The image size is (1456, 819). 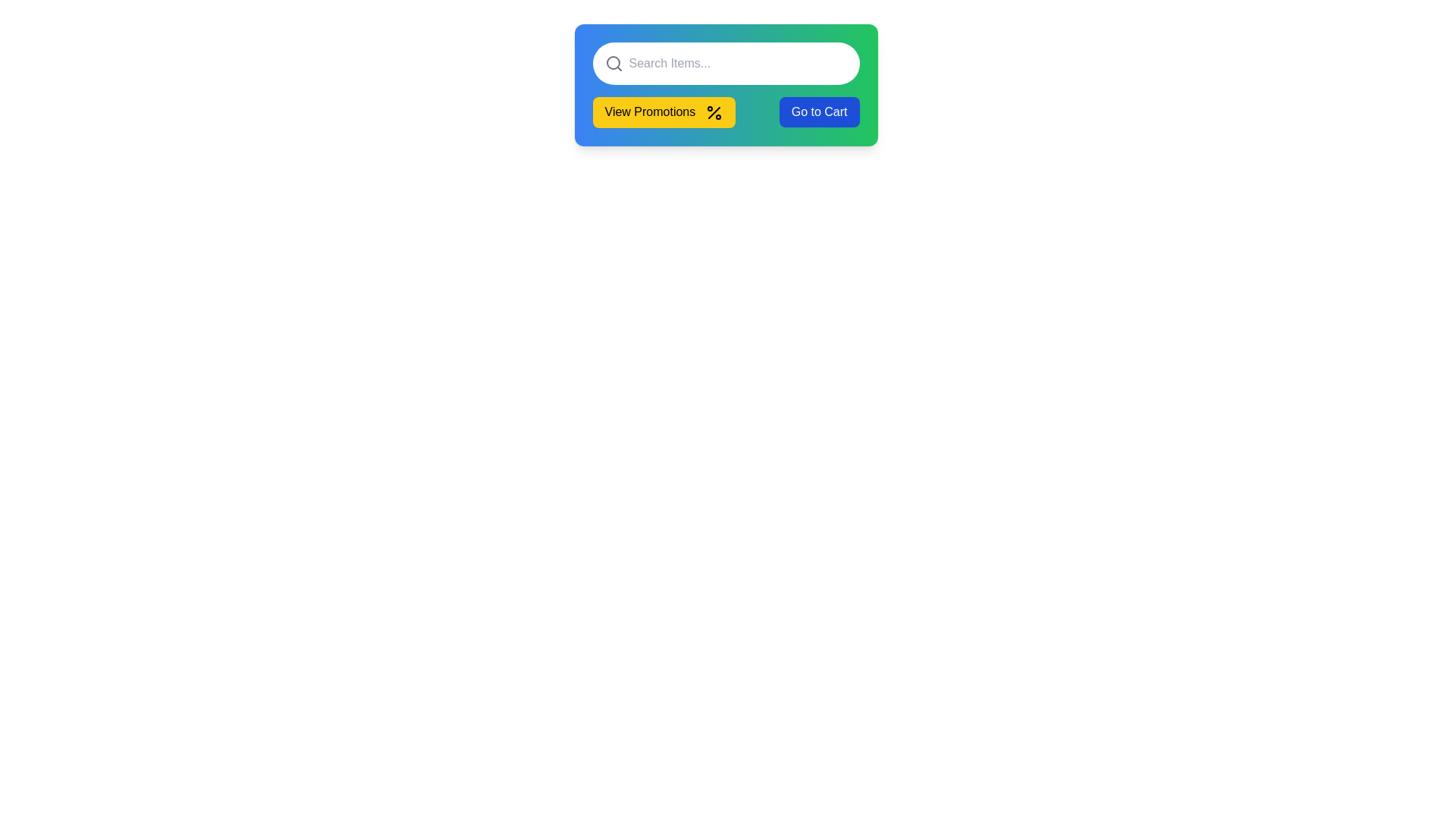 What do you see at coordinates (713, 111) in the screenshot?
I see `the graphical line of the percentage symbol icon, located to the right of the 'View Promotions' button` at bounding box center [713, 111].